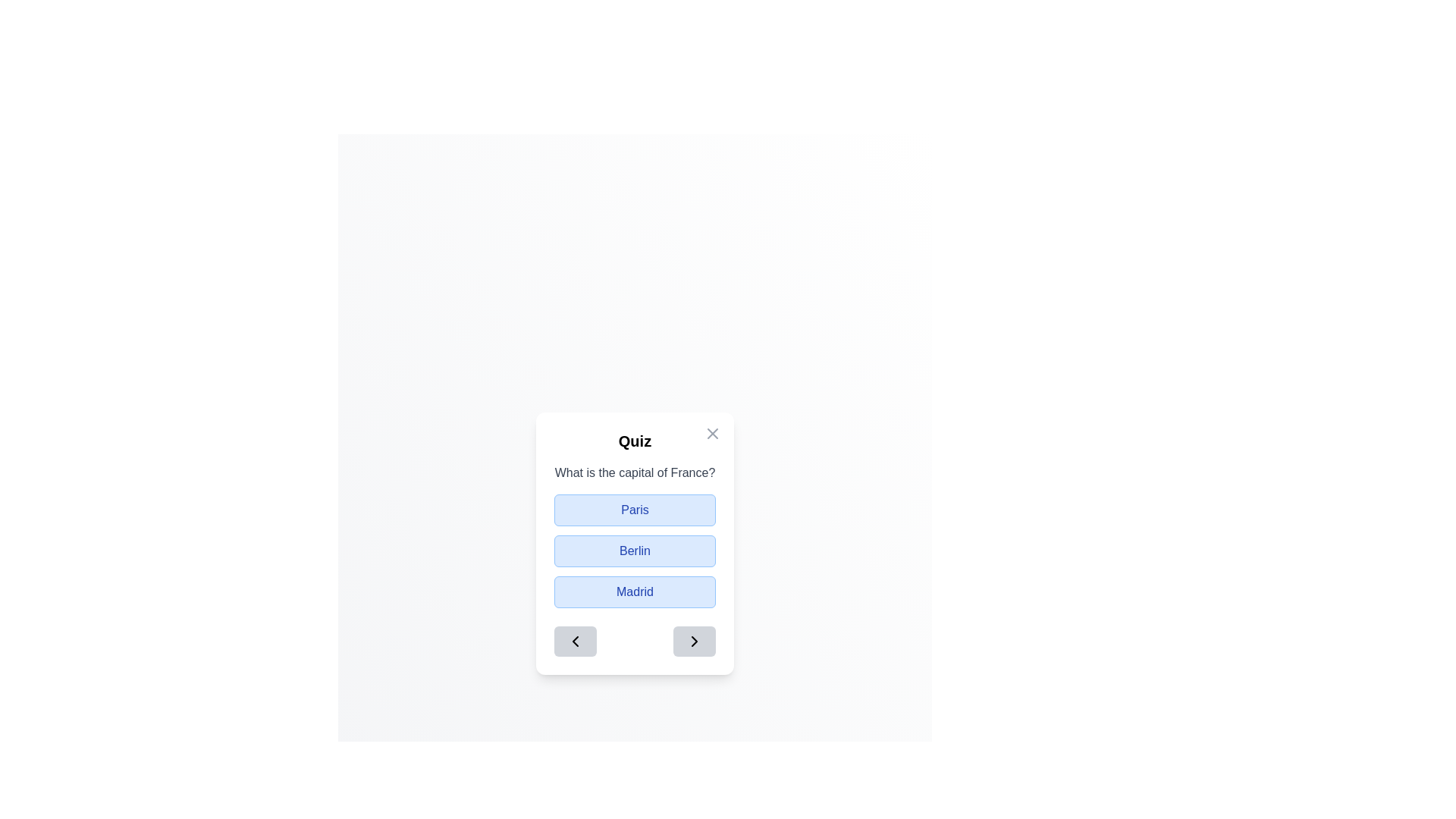 The image size is (1456, 819). Describe the element at coordinates (712, 433) in the screenshot. I see `the close button with an 'X' icon located in the top-right corner of the quiz card to change its color to black` at that location.